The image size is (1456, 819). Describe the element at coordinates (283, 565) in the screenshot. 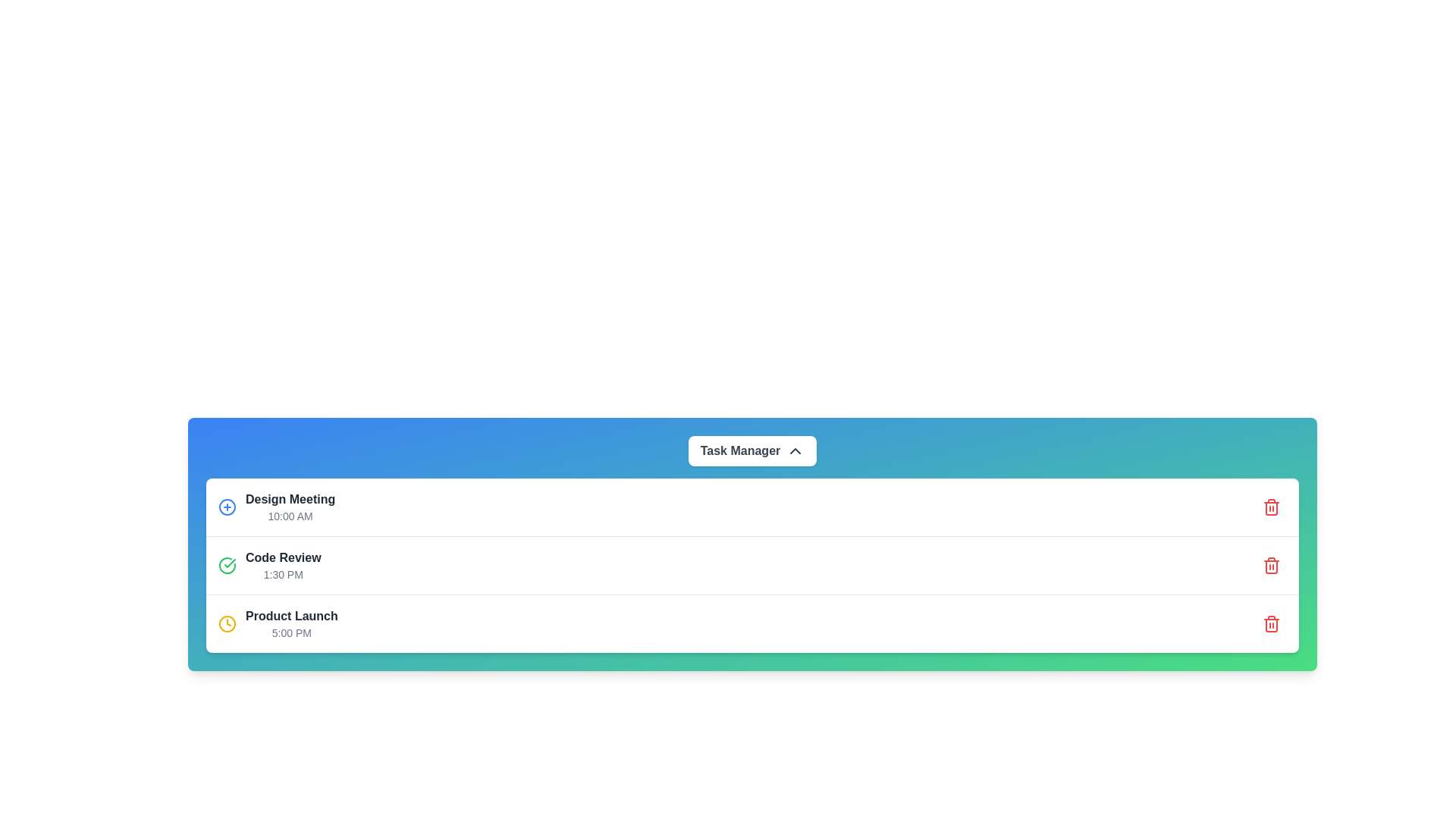

I see `the 'Code Review' text display element, which shows the time '1:30 PM' and is positioned in the middle of a task manager interface, between 'Design Meeting' and 'Product Launch'` at that location.